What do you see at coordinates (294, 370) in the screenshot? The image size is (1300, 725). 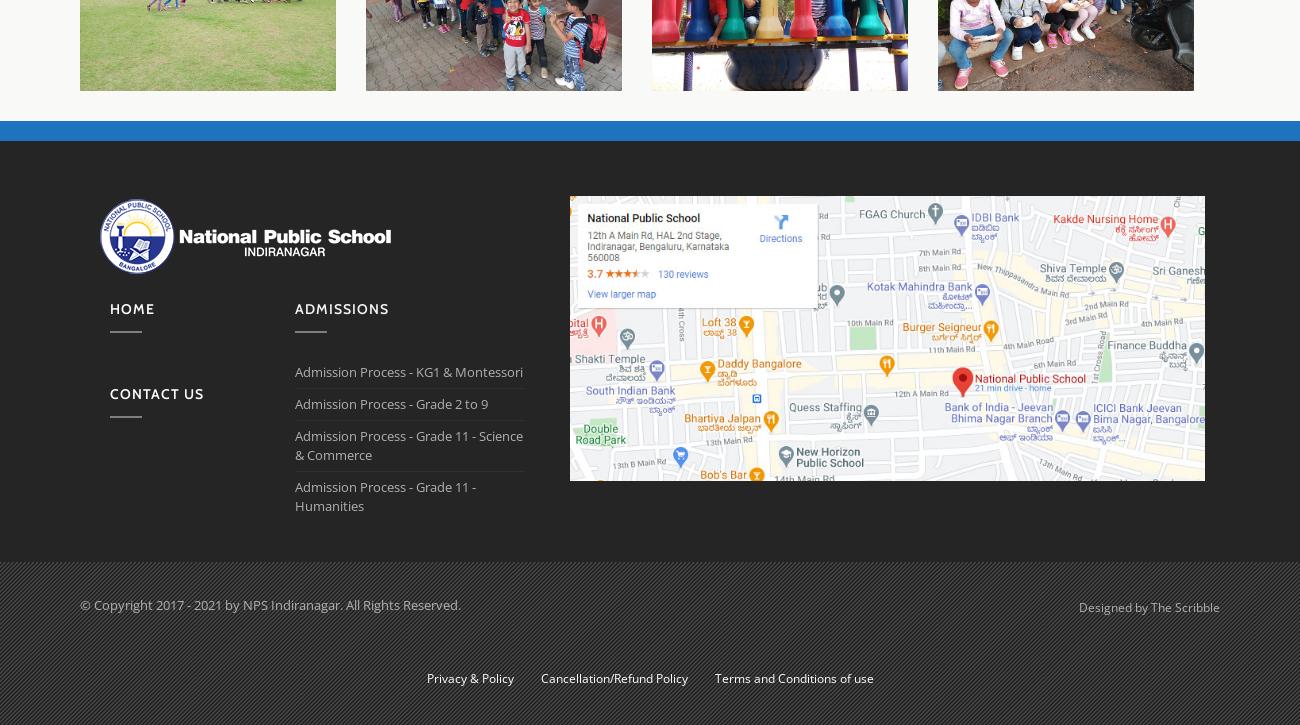 I see `'Admission Process - KG1 & Montessori'` at bounding box center [294, 370].